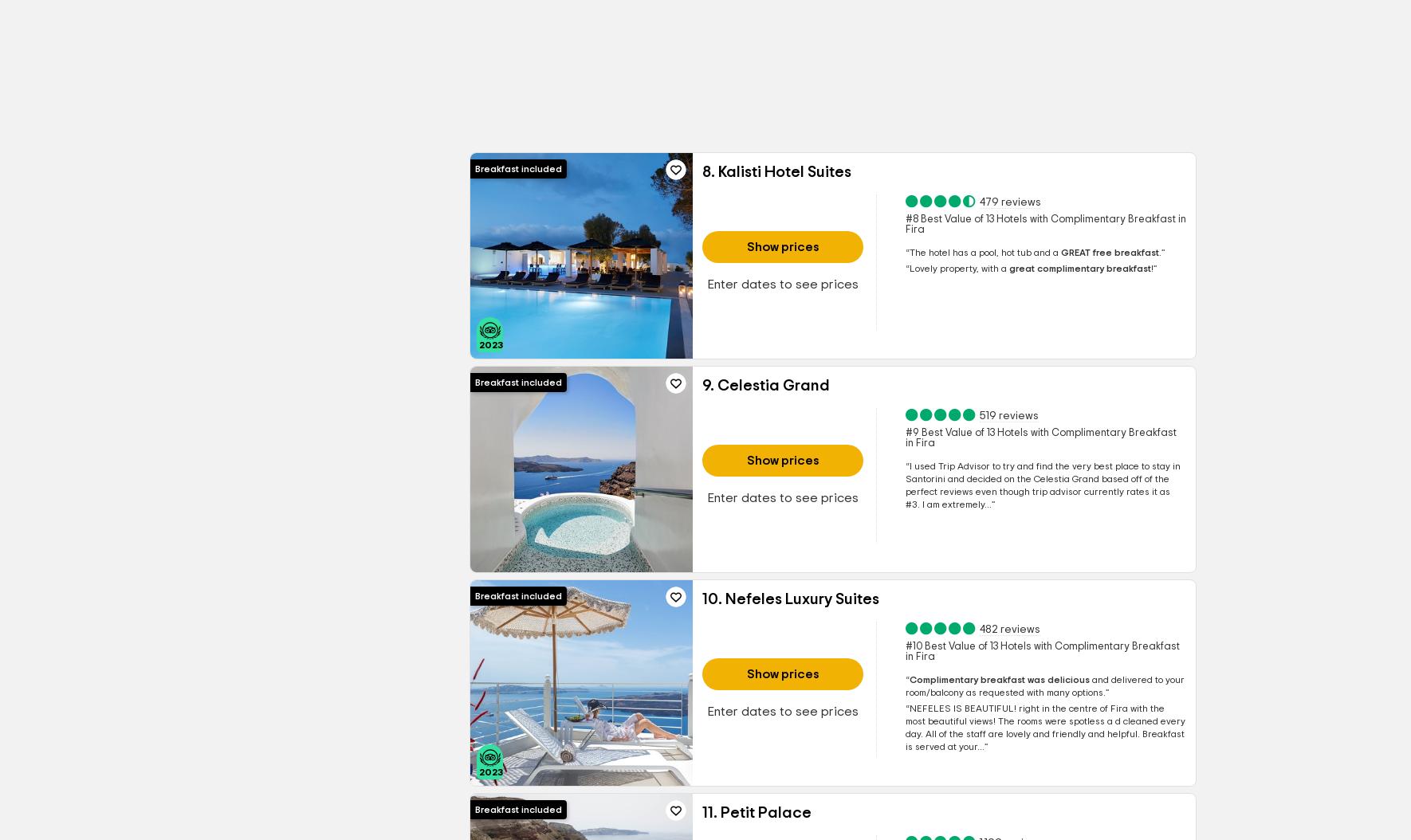 The image size is (1411, 840). Describe the element at coordinates (790, 599) in the screenshot. I see `'10. Nefeles Luxury Suites'` at that location.